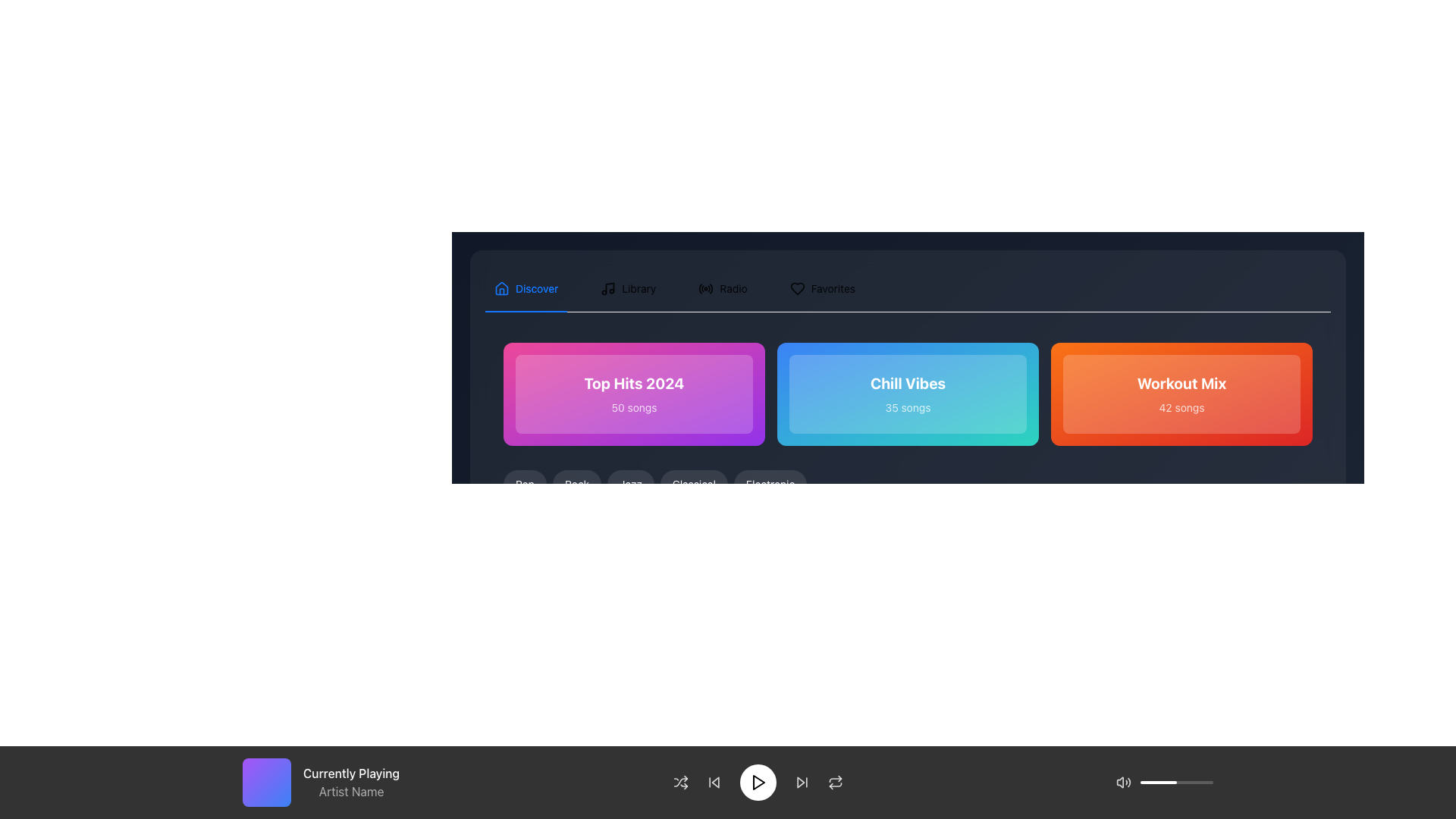 The height and width of the screenshot is (819, 1456). Describe the element at coordinates (1166, 783) in the screenshot. I see `the slider position` at that location.